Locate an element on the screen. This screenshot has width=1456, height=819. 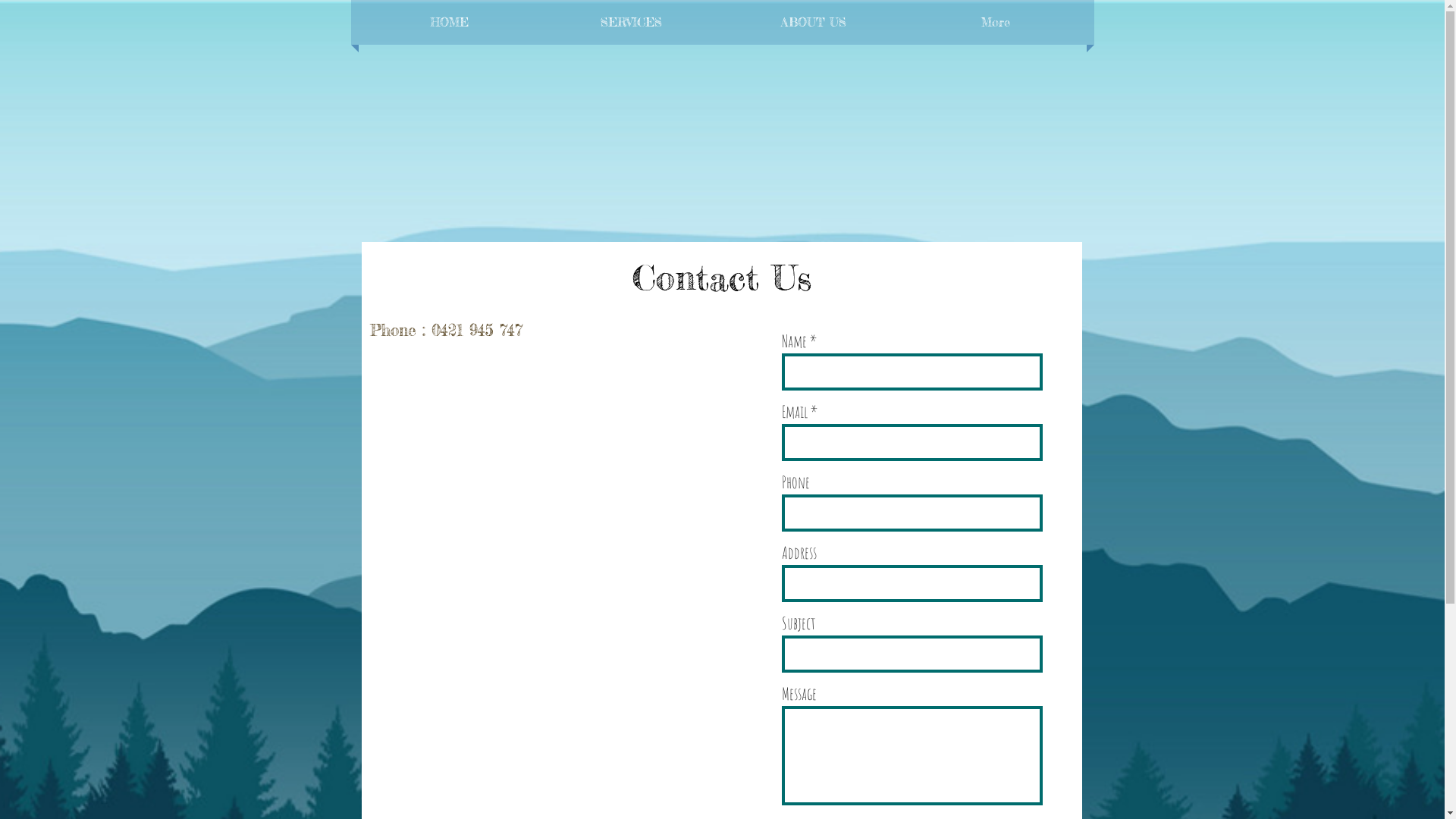
'ABOUT US' is located at coordinates (811, 22).